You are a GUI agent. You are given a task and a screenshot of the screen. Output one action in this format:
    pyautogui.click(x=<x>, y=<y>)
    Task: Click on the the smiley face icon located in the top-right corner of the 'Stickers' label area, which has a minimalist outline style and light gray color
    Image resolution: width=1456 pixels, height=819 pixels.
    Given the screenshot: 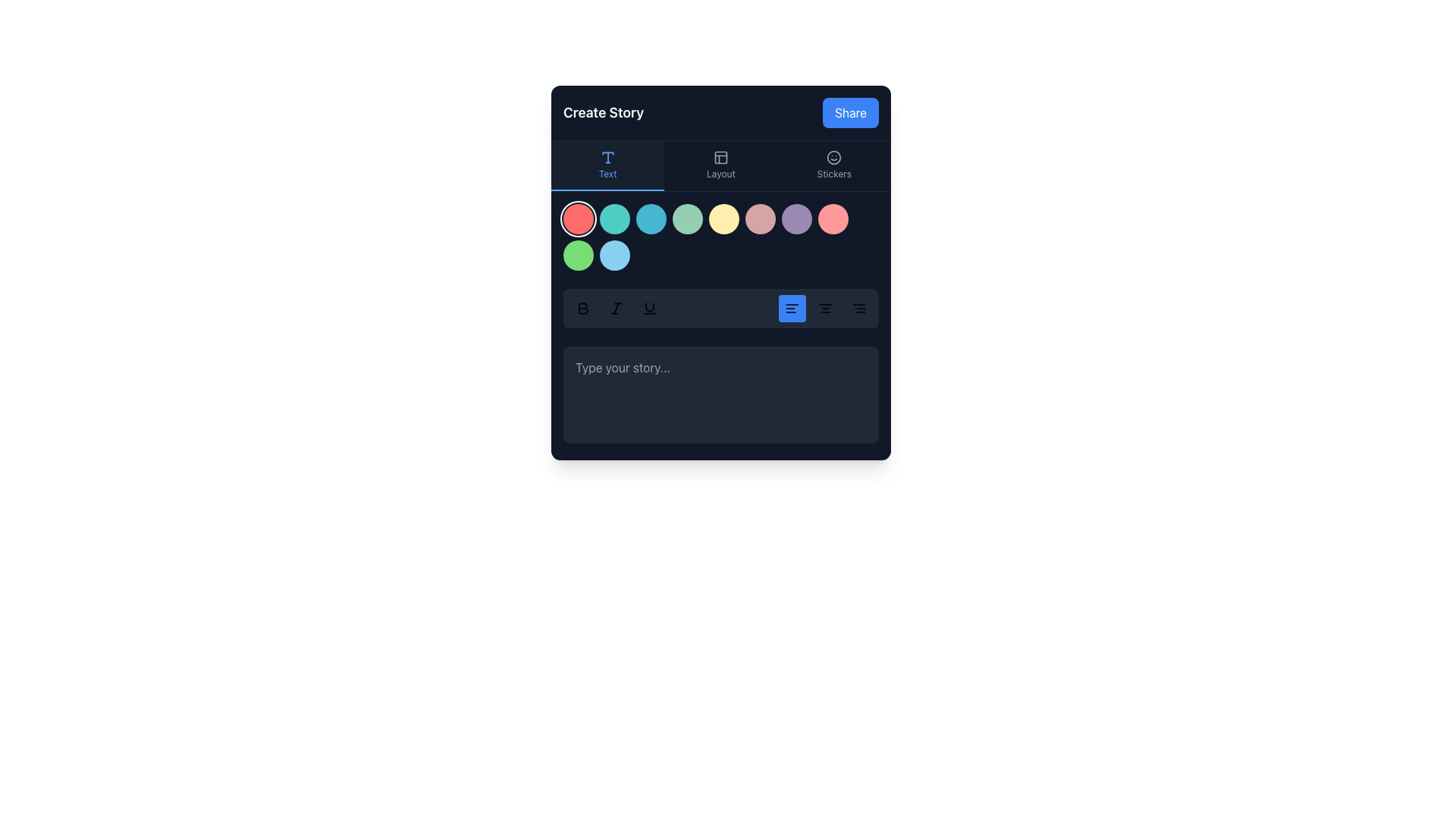 What is the action you would take?
    pyautogui.click(x=833, y=158)
    